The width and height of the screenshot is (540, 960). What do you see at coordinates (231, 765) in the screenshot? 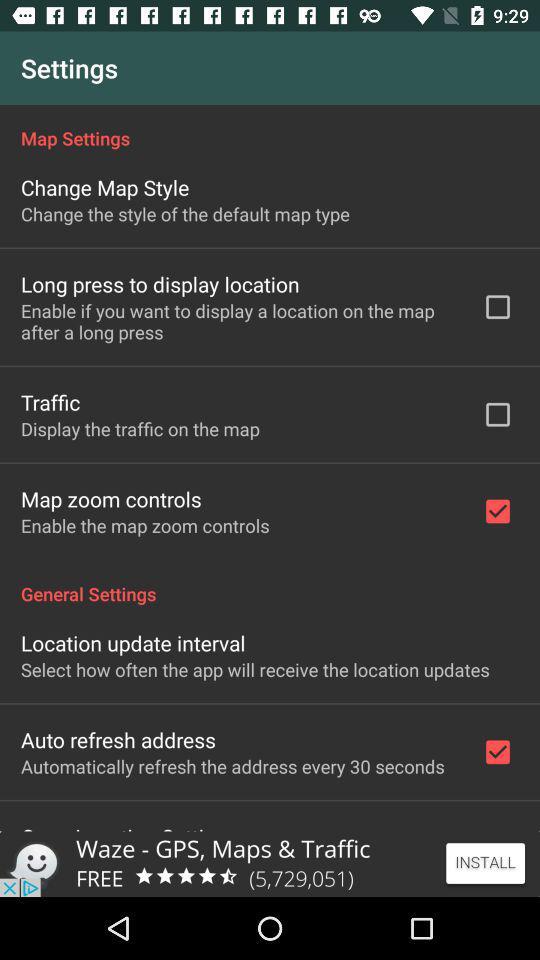
I see `the automatically refresh the app` at bounding box center [231, 765].